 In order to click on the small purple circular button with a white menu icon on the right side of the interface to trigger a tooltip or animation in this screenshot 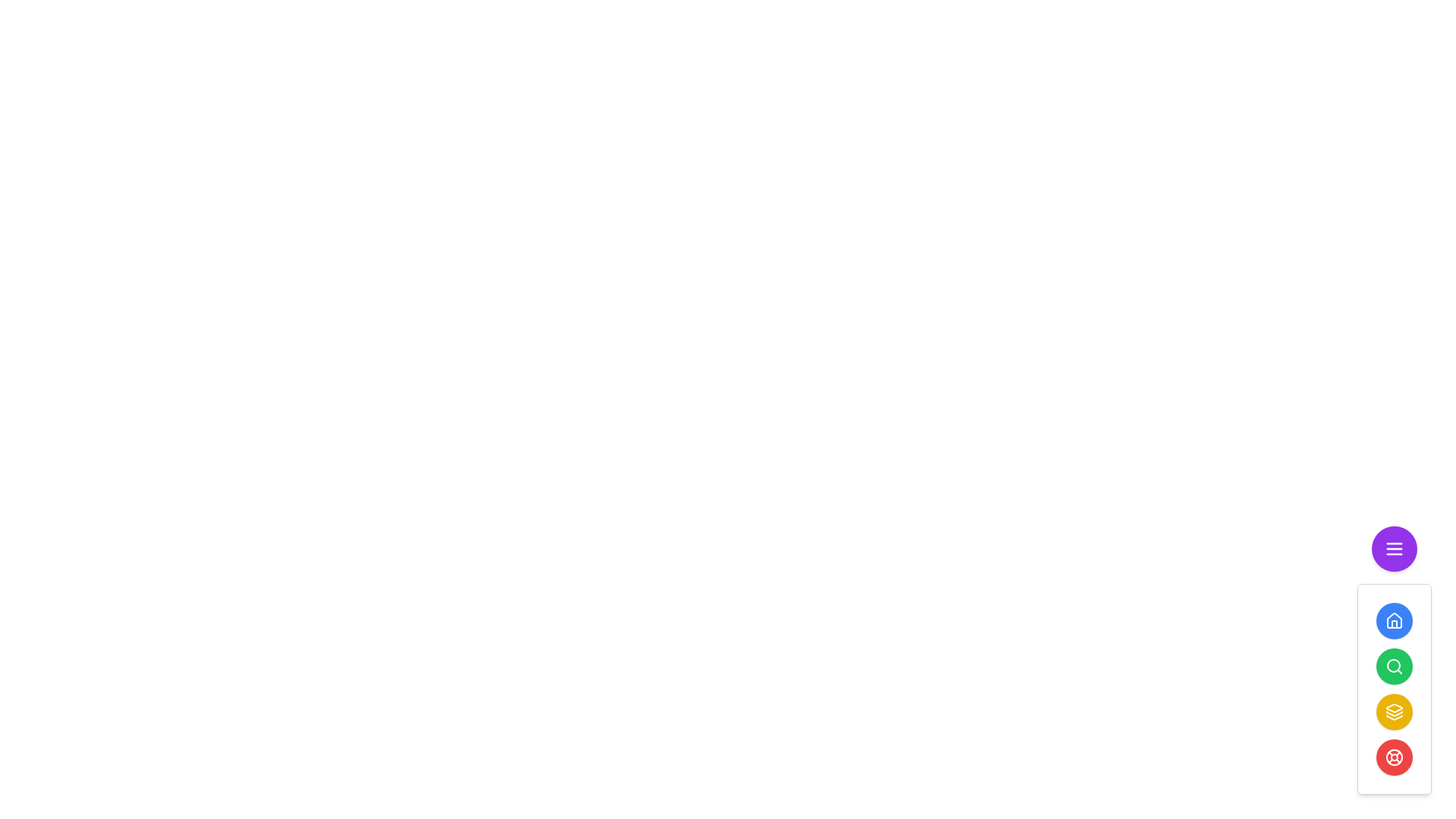, I will do `click(1394, 549)`.